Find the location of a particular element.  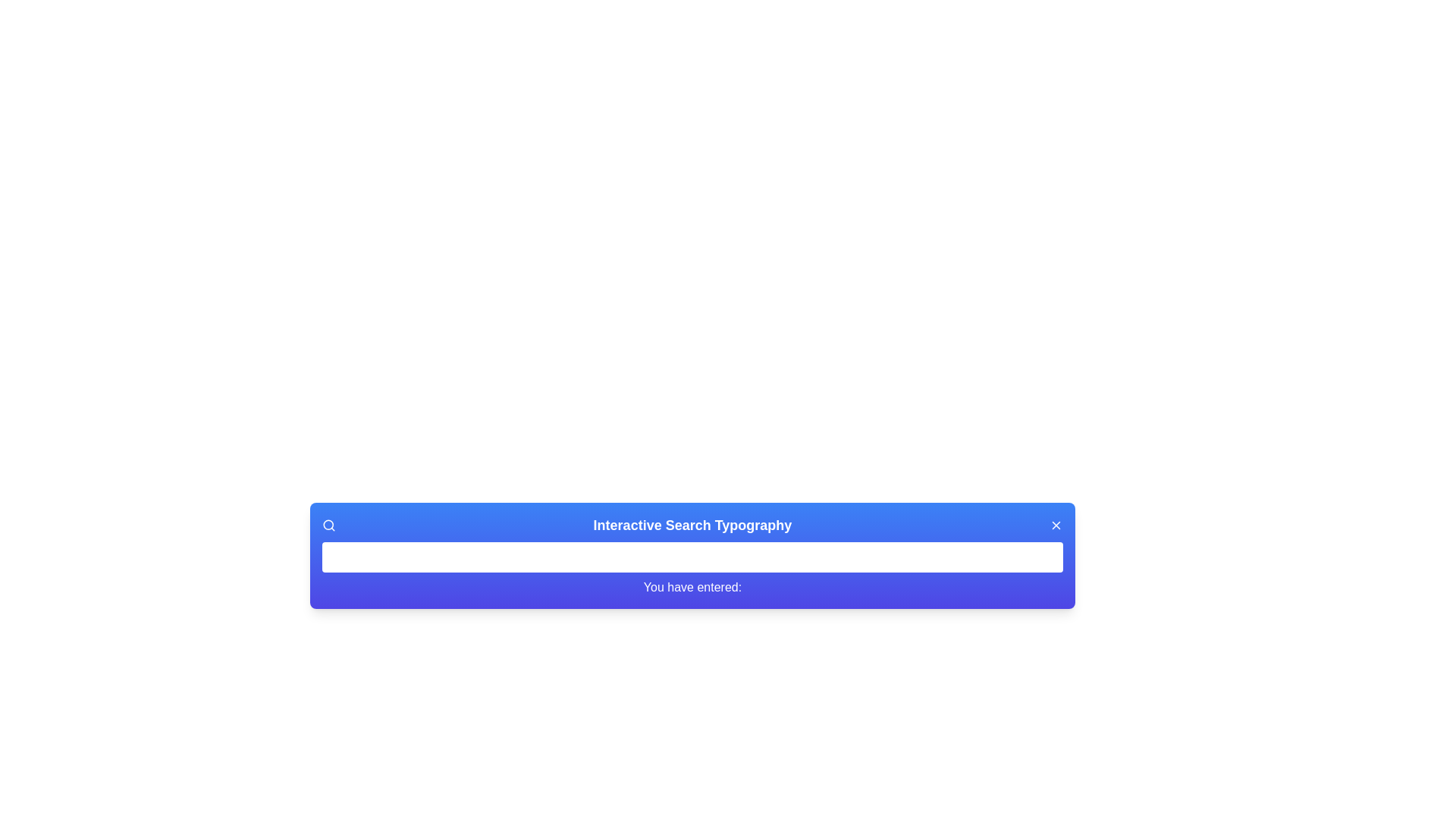

the text label that identifies the context or purpose of the interface, which is horizontally centered and positioned near the top of the bar-like section is located at coordinates (692, 525).